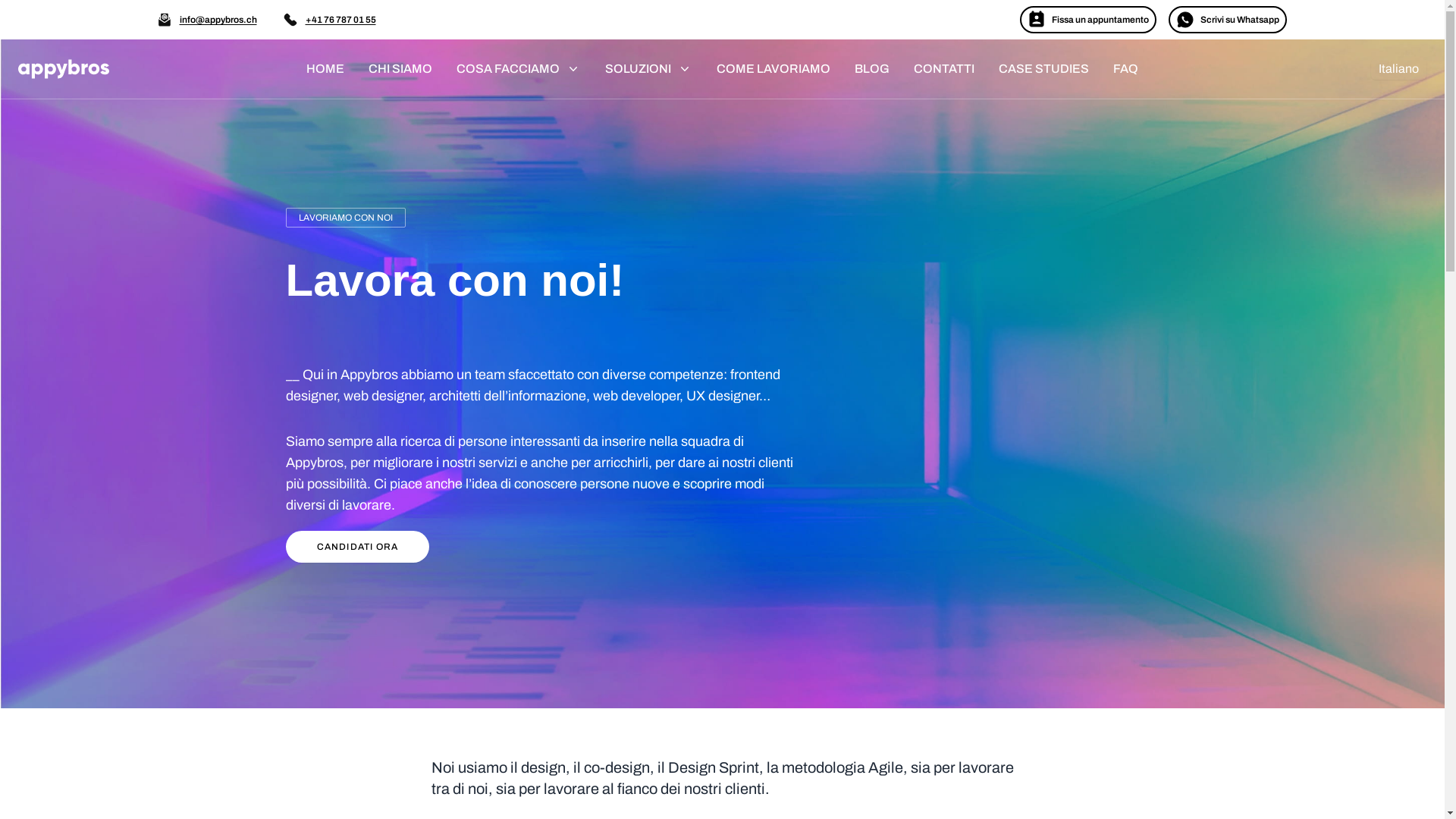 The width and height of the screenshot is (1456, 819). I want to click on 'CHI SIAMO', so click(400, 69).